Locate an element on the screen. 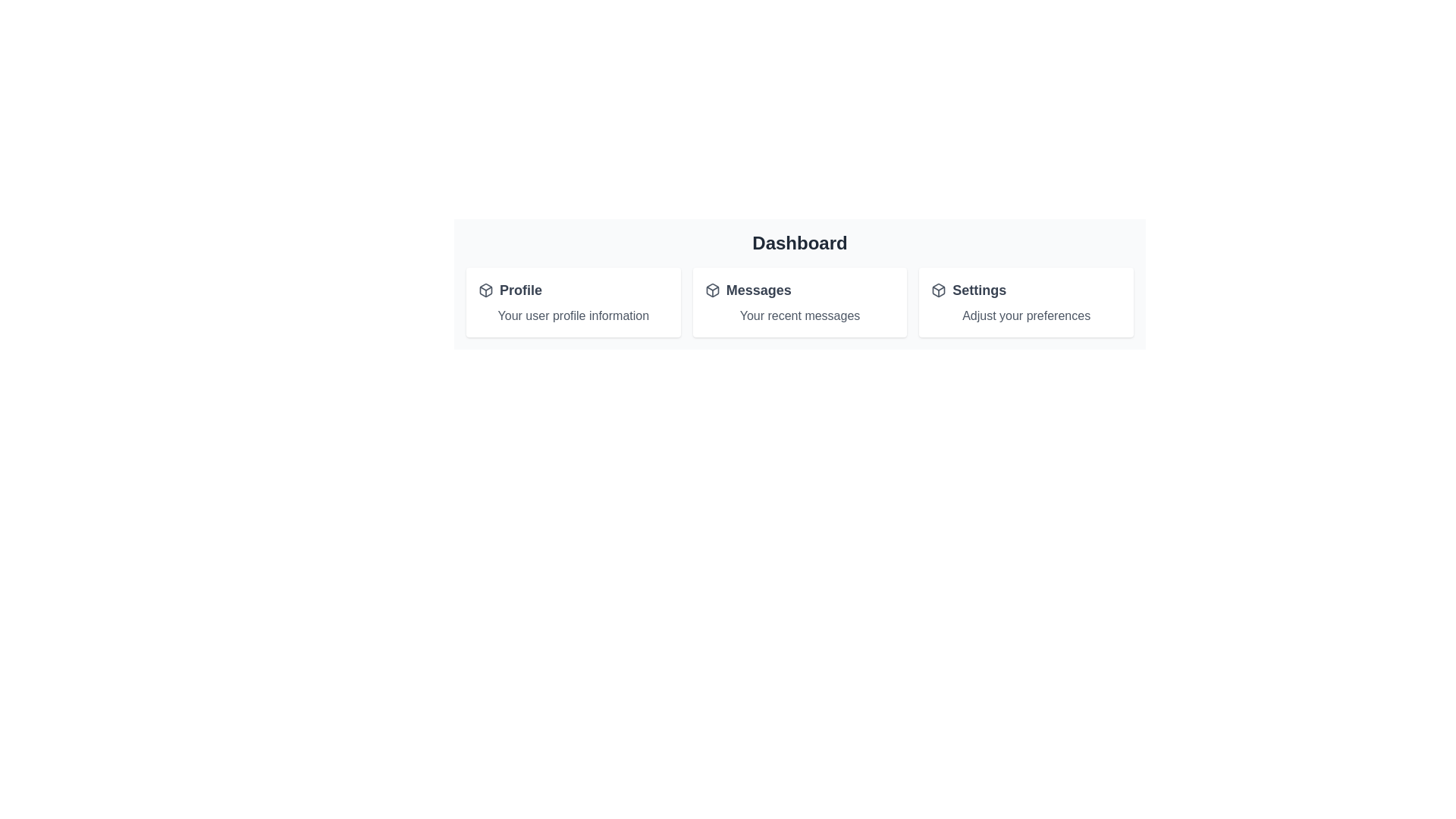 The image size is (1456, 819). the small gray icon symbolizing a box with a geometric design, located to the left of the text 'Settings' in the third card under the 'Dashboard' header is located at coordinates (938, 290).